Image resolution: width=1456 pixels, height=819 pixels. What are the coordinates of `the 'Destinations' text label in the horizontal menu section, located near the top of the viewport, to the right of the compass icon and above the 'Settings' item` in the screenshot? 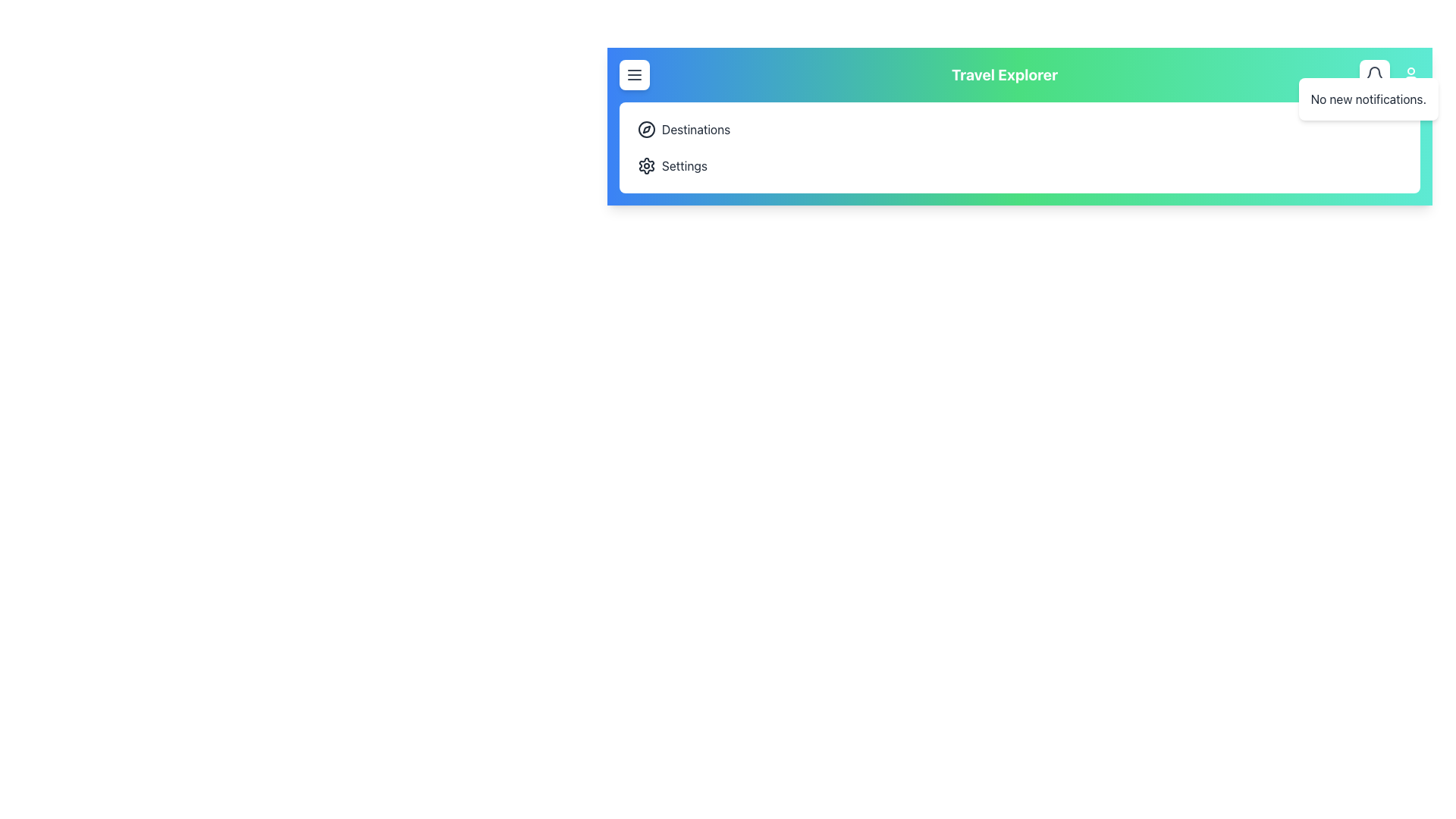 It's located at (695, 128).